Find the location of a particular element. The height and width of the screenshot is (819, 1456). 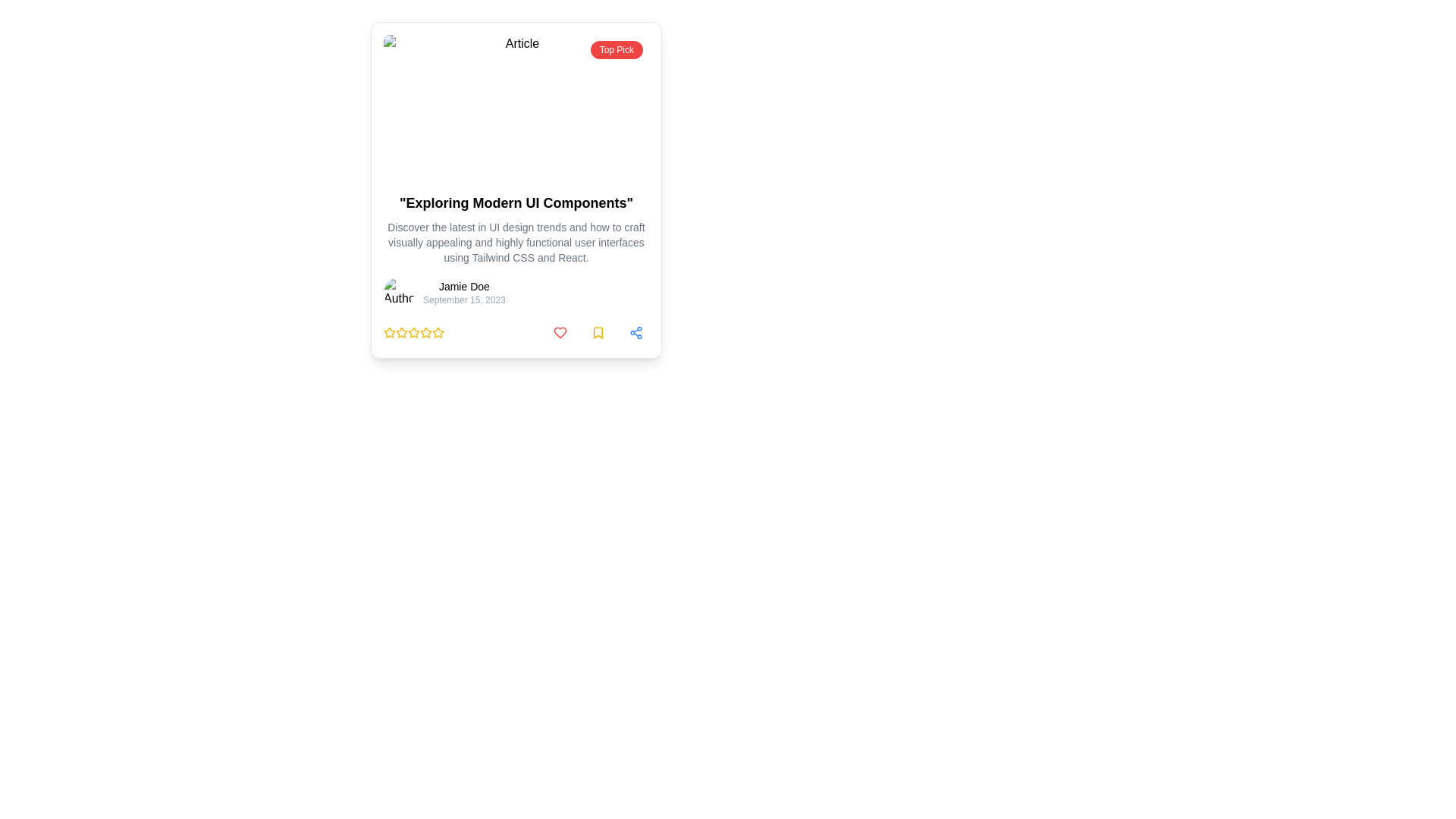

the leftmost bookmark button at the bottom of the card UI layout is located at coordinates (597, 332).